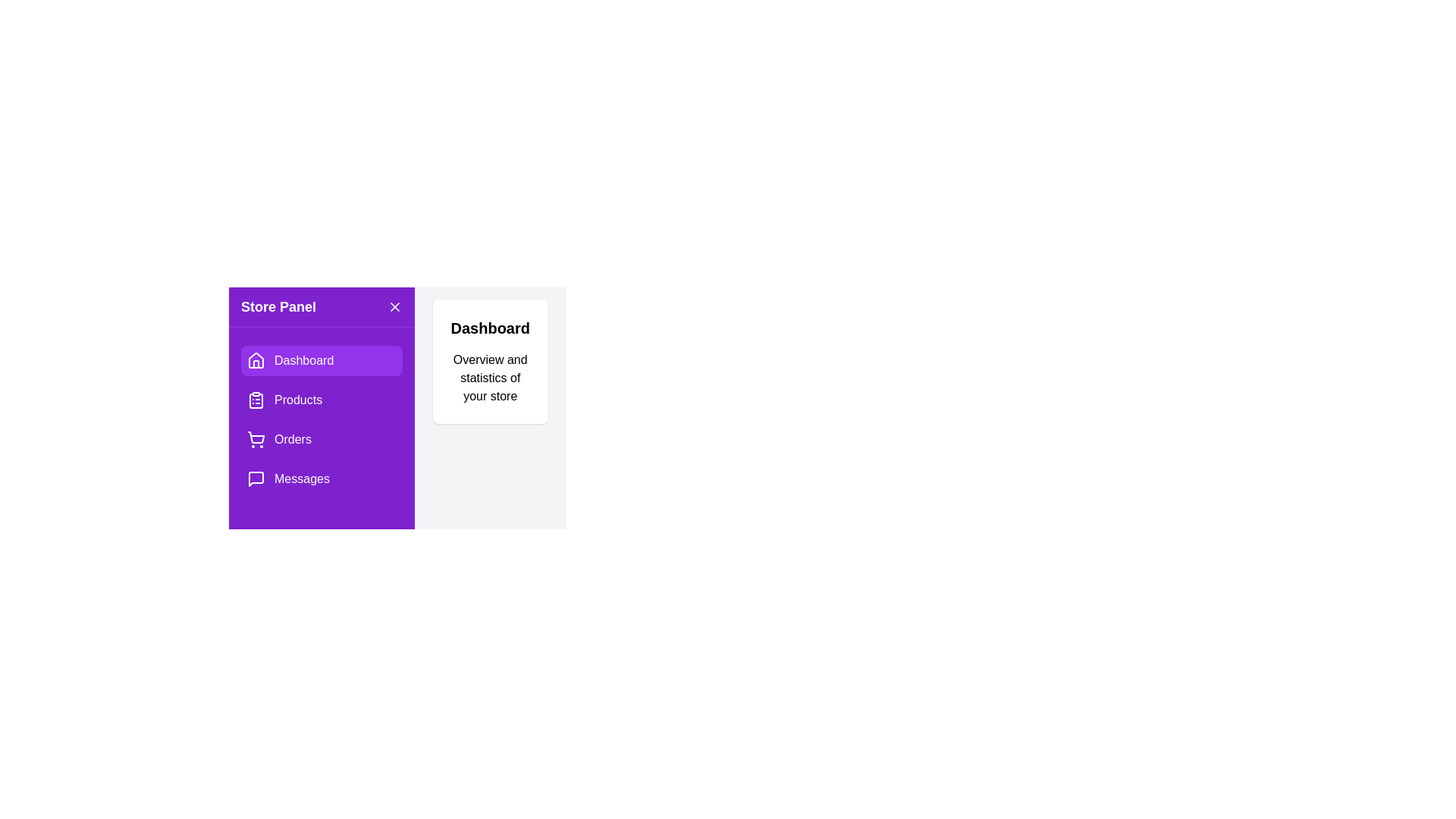  What do you see at coordinates (320, 479) in the screenshot?
I see `the navigation link for Messages to navigate to the respective section` at bounding box center [320, 479].